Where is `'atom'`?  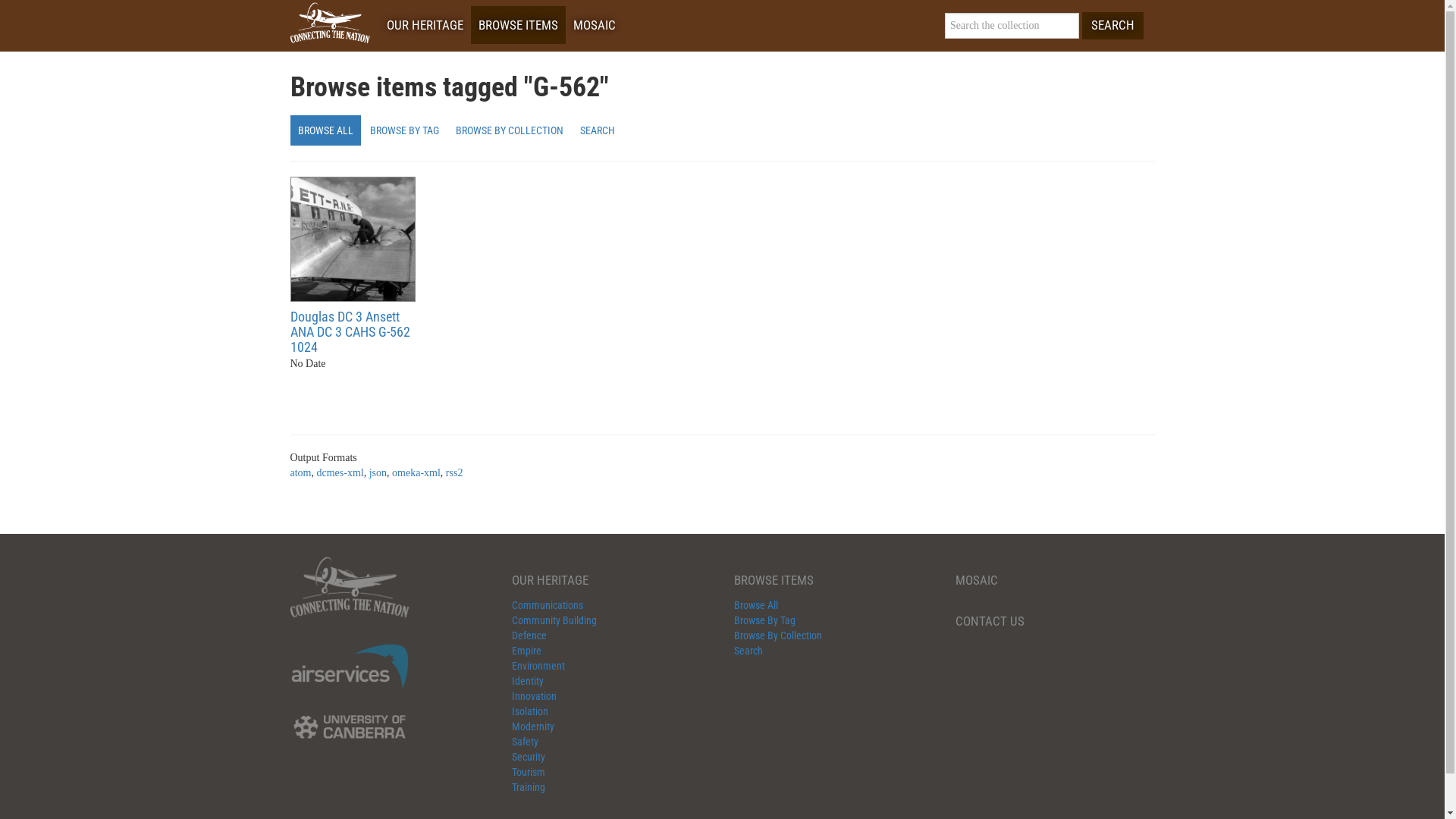 'atom' is located at coordinates (300, 472).